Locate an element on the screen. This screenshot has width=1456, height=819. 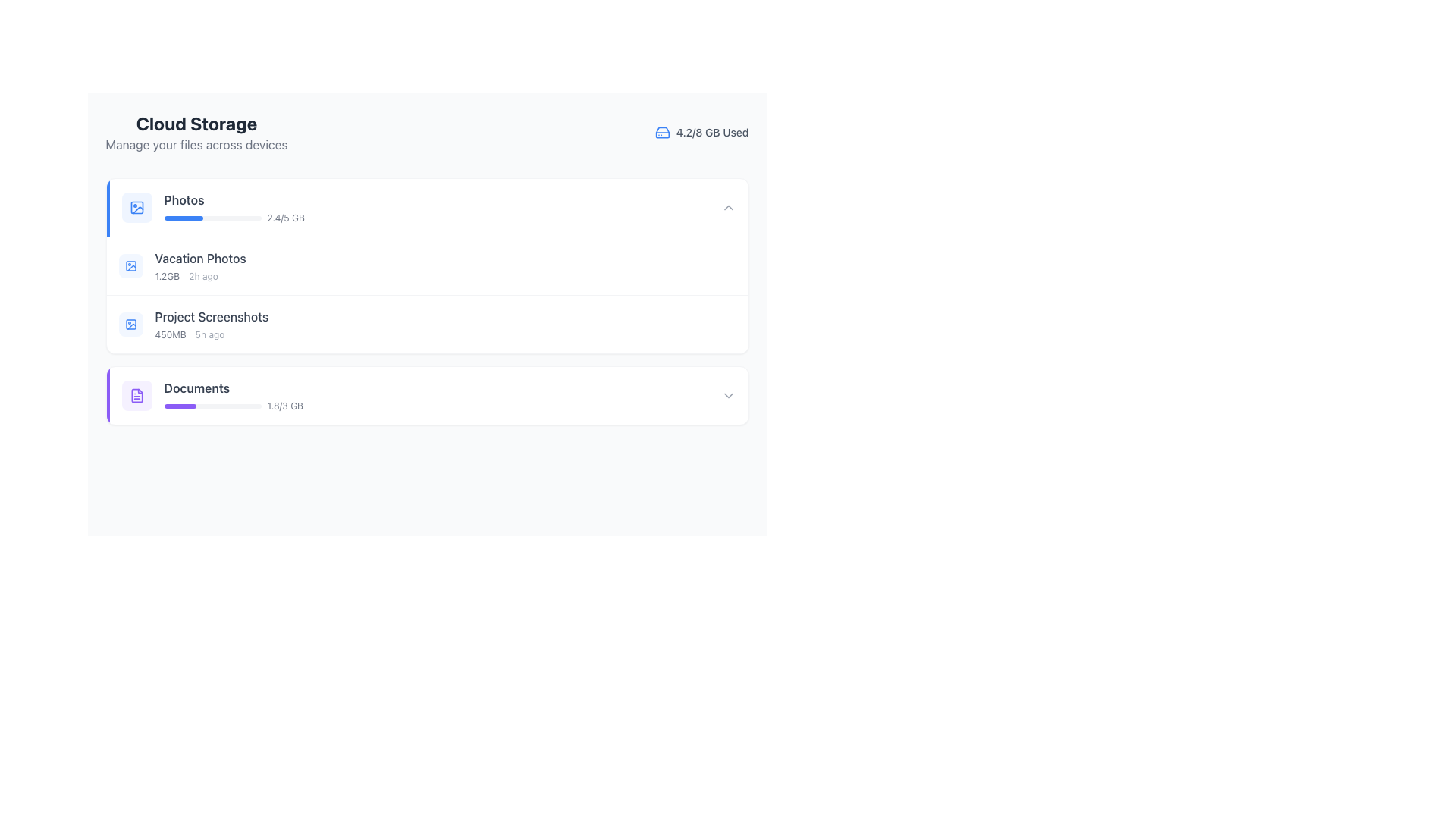
text from the small gray text block displaying '2.4/5 GB' located in the 'Photos' section, which appears to the right of the horizontal progress bar is located at coordinates (286, 218).